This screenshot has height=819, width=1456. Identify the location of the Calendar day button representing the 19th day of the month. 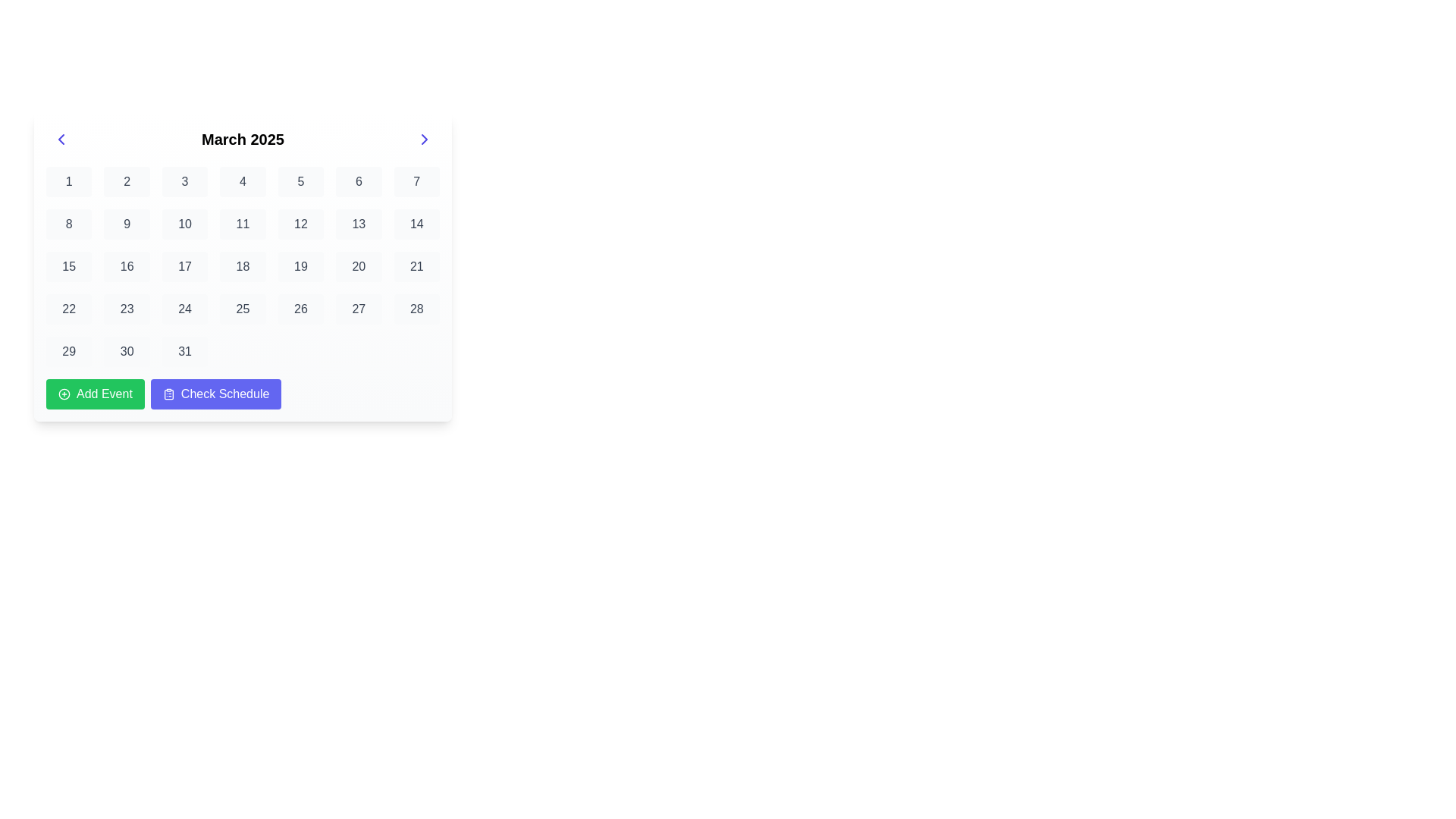
(300, 265).